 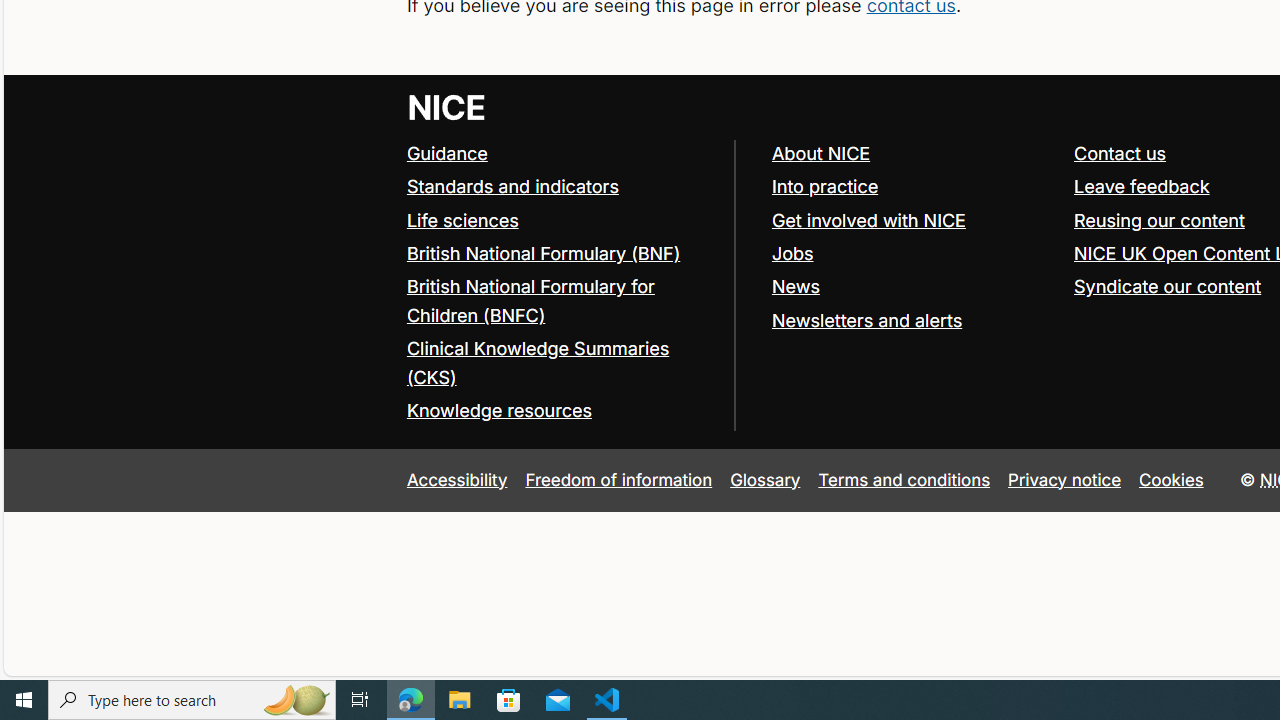 I want to click on 'Guidance', so click(x=445, y=152).